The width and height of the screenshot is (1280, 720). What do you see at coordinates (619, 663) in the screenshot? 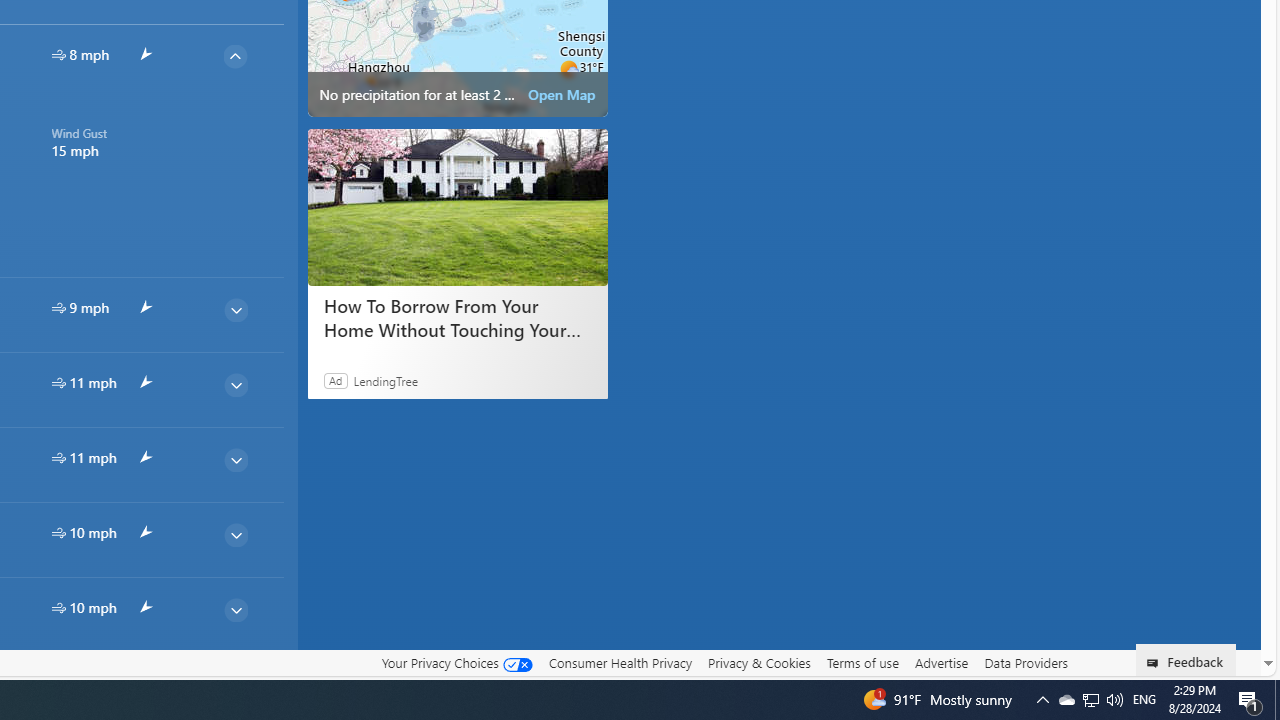
I see `'Consumer Health Privacy'` at bounding box center [619, 663].